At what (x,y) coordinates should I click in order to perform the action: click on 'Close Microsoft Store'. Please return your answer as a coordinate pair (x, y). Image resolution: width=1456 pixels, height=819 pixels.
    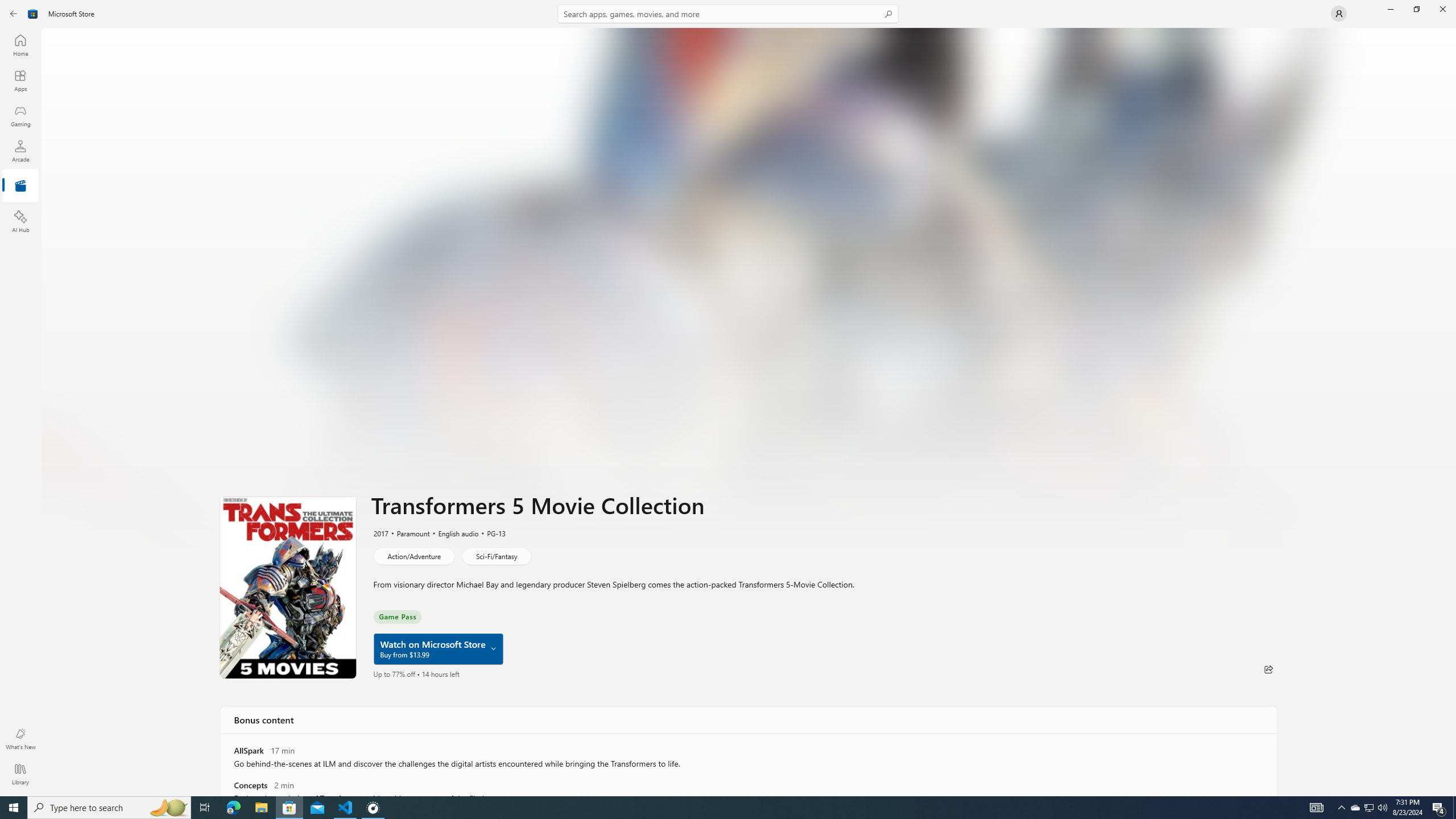
    Looking at the image, I should click on (1442, 9).